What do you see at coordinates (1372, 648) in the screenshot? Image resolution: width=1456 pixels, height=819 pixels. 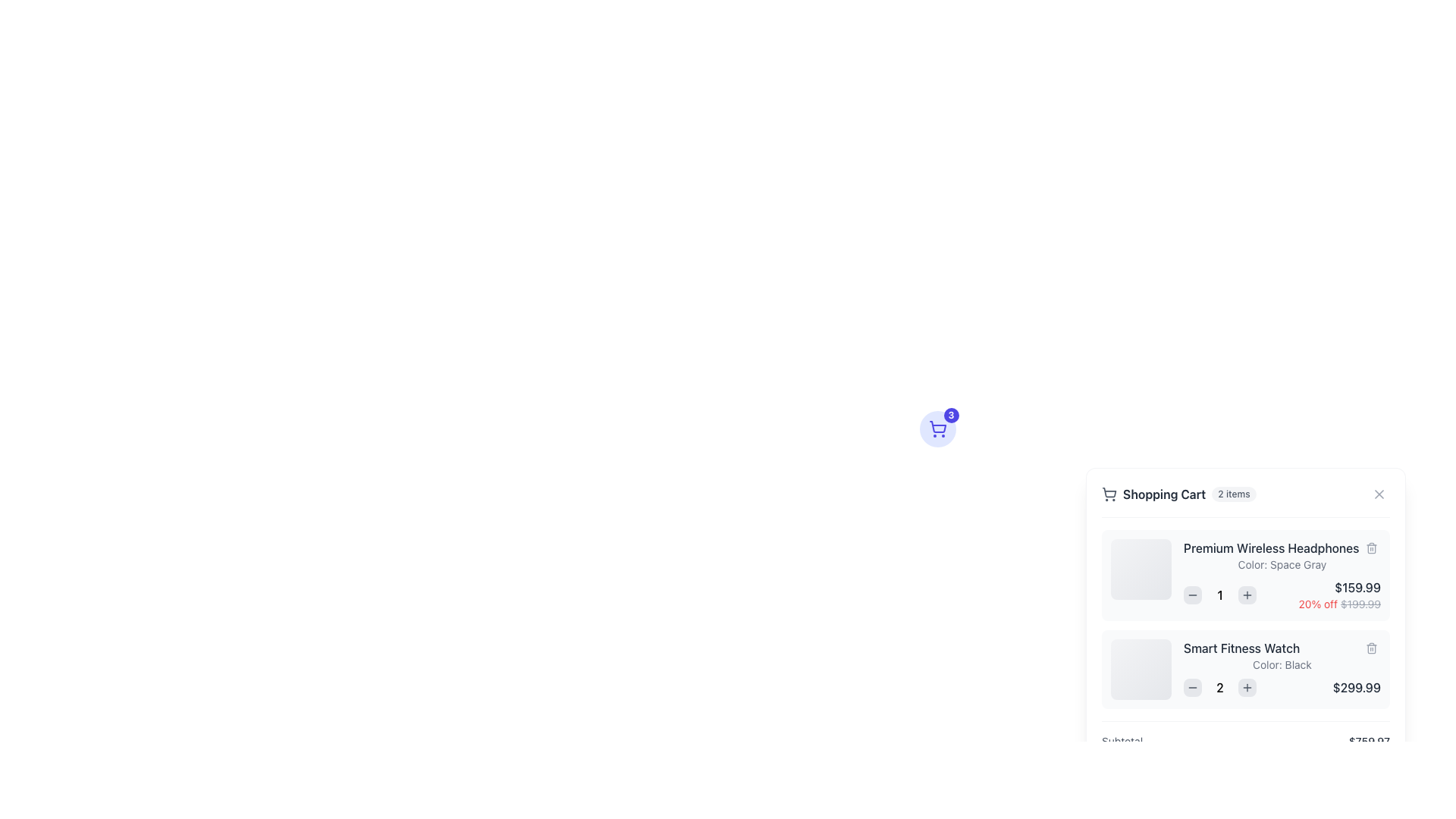 I see `the delete button located to the right of the 'Smart Fitness Watch' item in the shopping cart` at bounding box center [1372, 648].